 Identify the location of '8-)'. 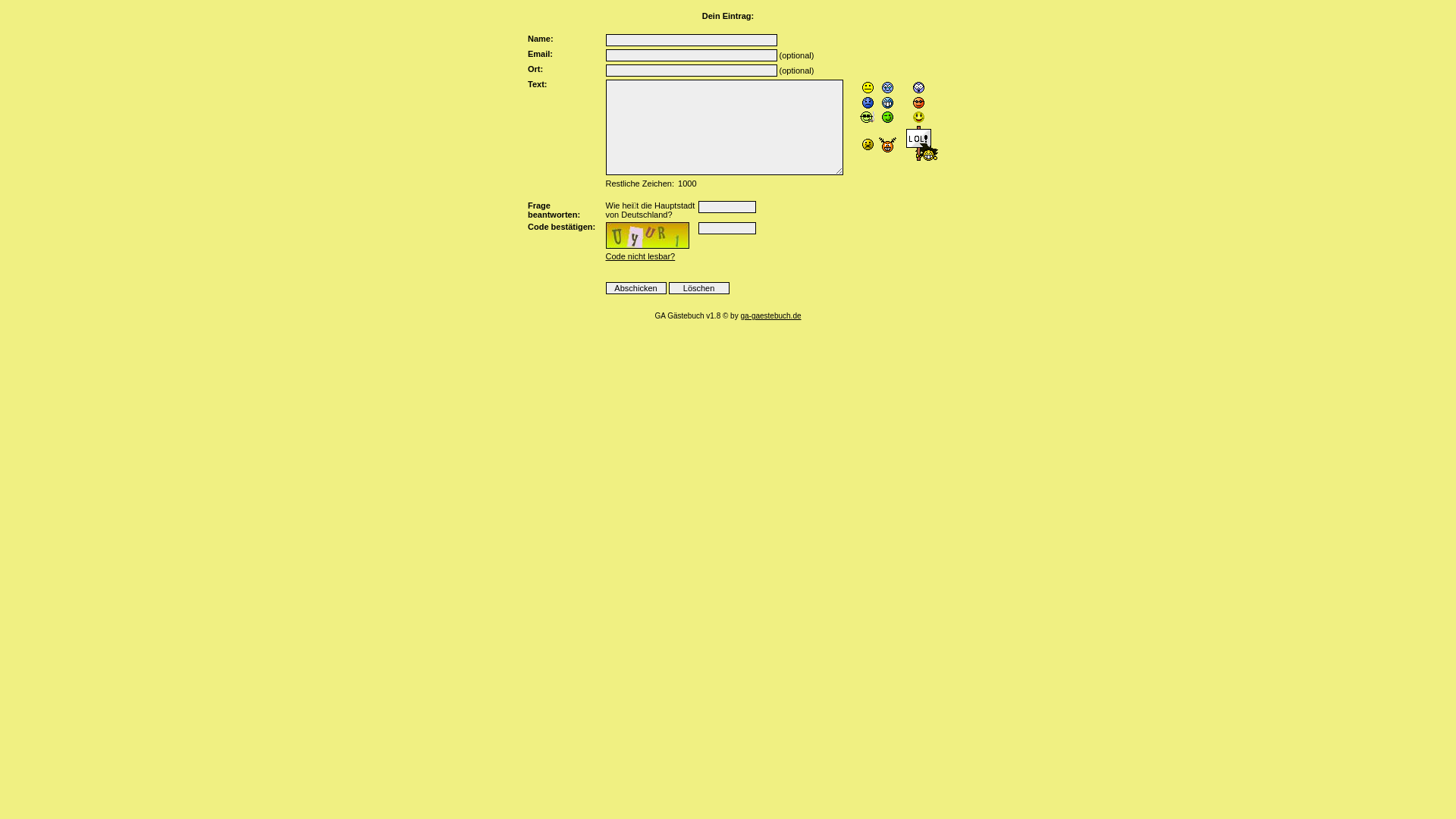
(918, 102).